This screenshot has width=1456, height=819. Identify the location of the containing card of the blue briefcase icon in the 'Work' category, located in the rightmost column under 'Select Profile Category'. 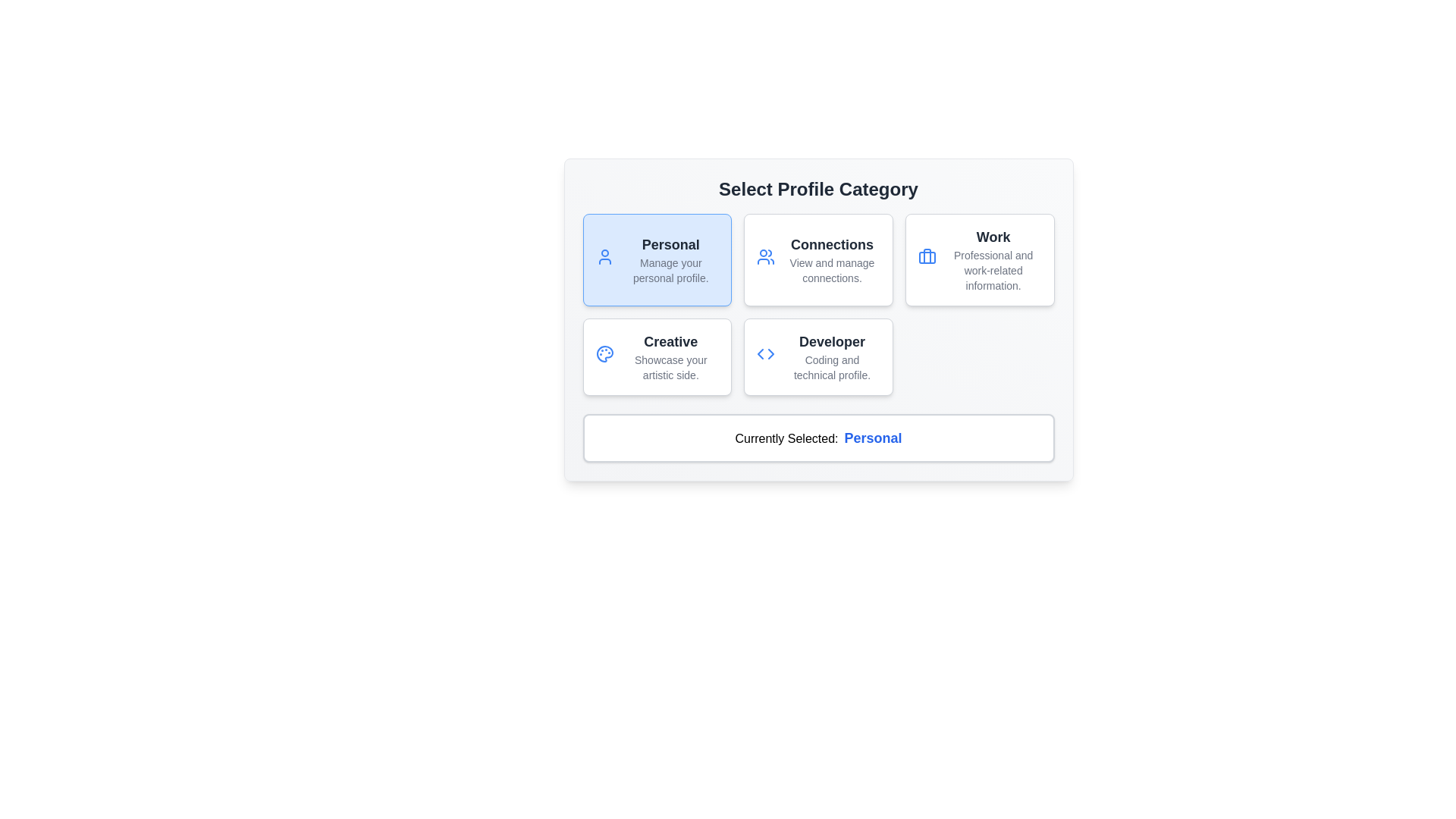
(926, 259).